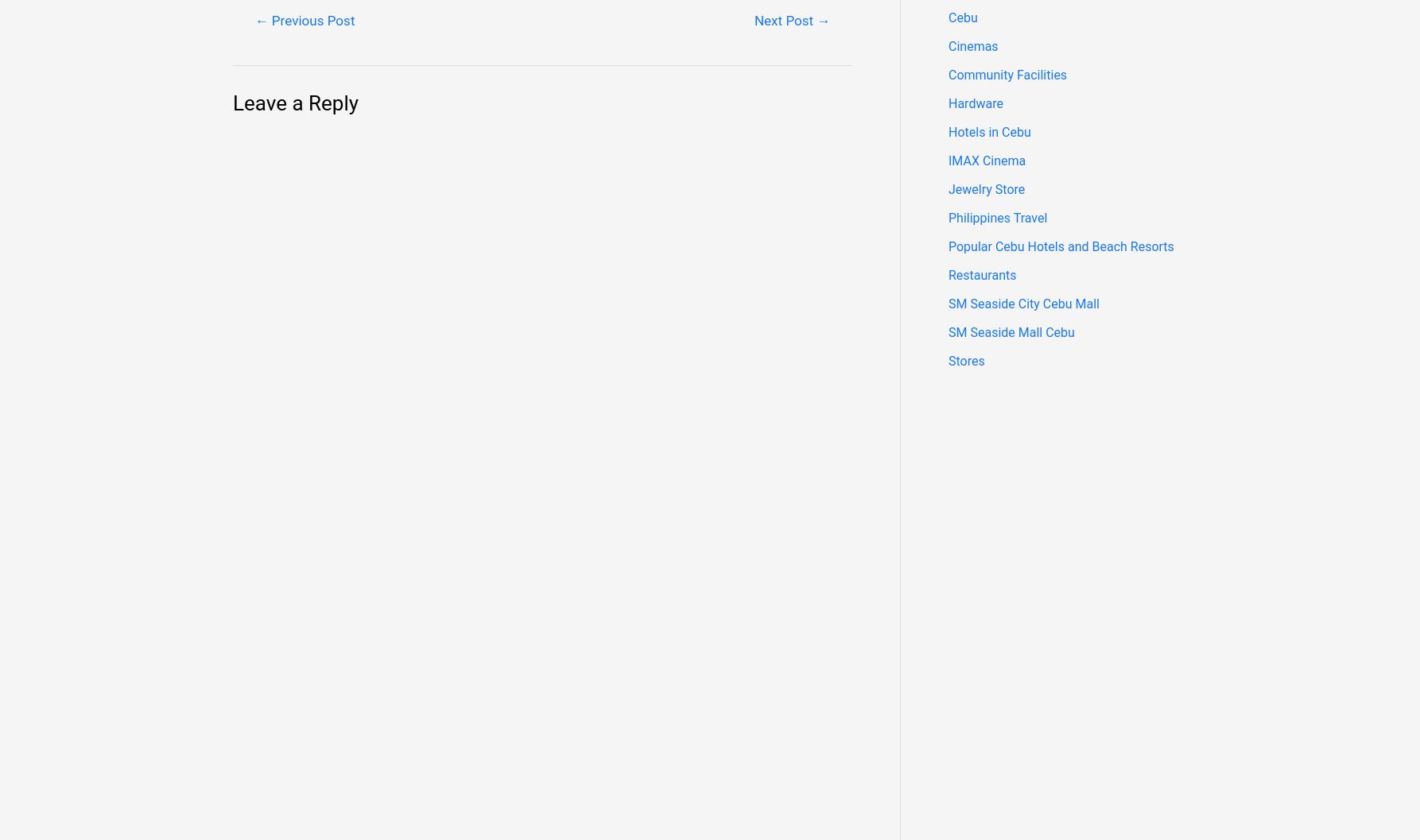 This screenshot has height=840, width=1420. Describe the element at coordinates (966, 361) in the screenshot. I see `'Stores'` at that location.